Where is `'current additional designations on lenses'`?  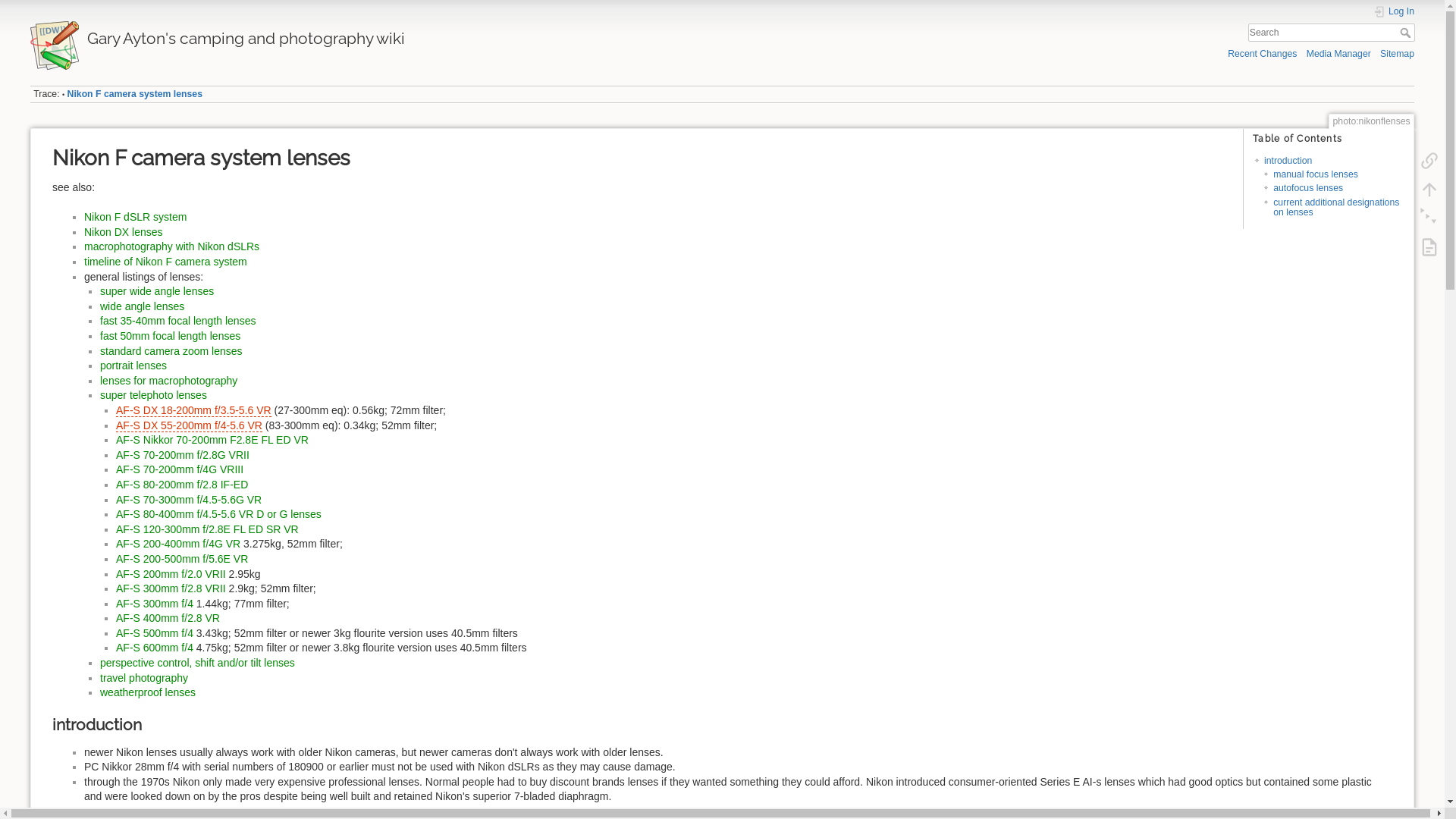 'current additional designations on lenses' is located at coordinates (1335, 207).